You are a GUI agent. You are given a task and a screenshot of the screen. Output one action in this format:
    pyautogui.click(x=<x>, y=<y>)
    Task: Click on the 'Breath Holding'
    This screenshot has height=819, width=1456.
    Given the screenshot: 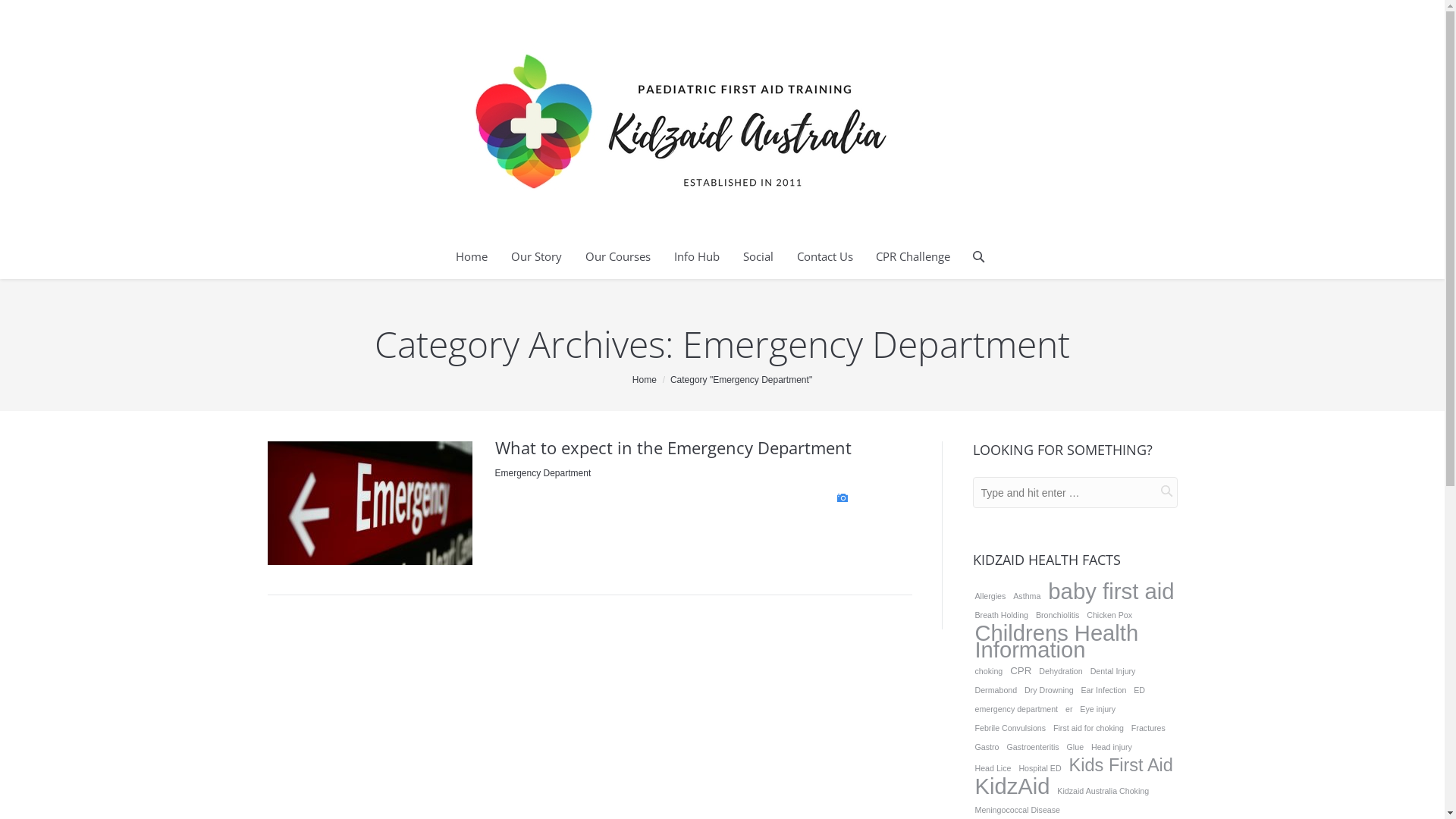 What is the action you would take?
    pyautogui.click(x=1001, y=614)
    